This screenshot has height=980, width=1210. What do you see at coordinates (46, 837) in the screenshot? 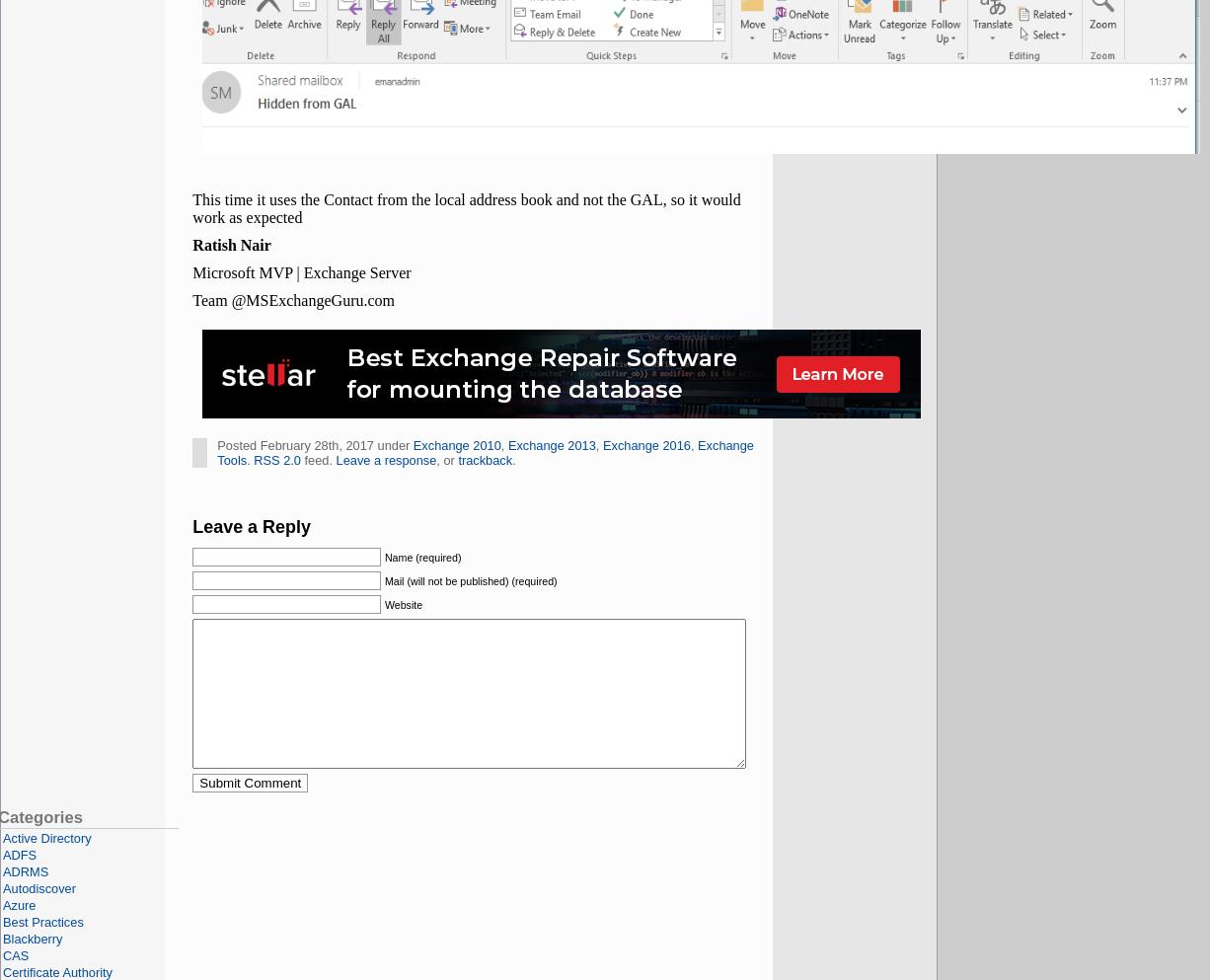
I see `'Active Directory'` at bounding box center [46, 837].